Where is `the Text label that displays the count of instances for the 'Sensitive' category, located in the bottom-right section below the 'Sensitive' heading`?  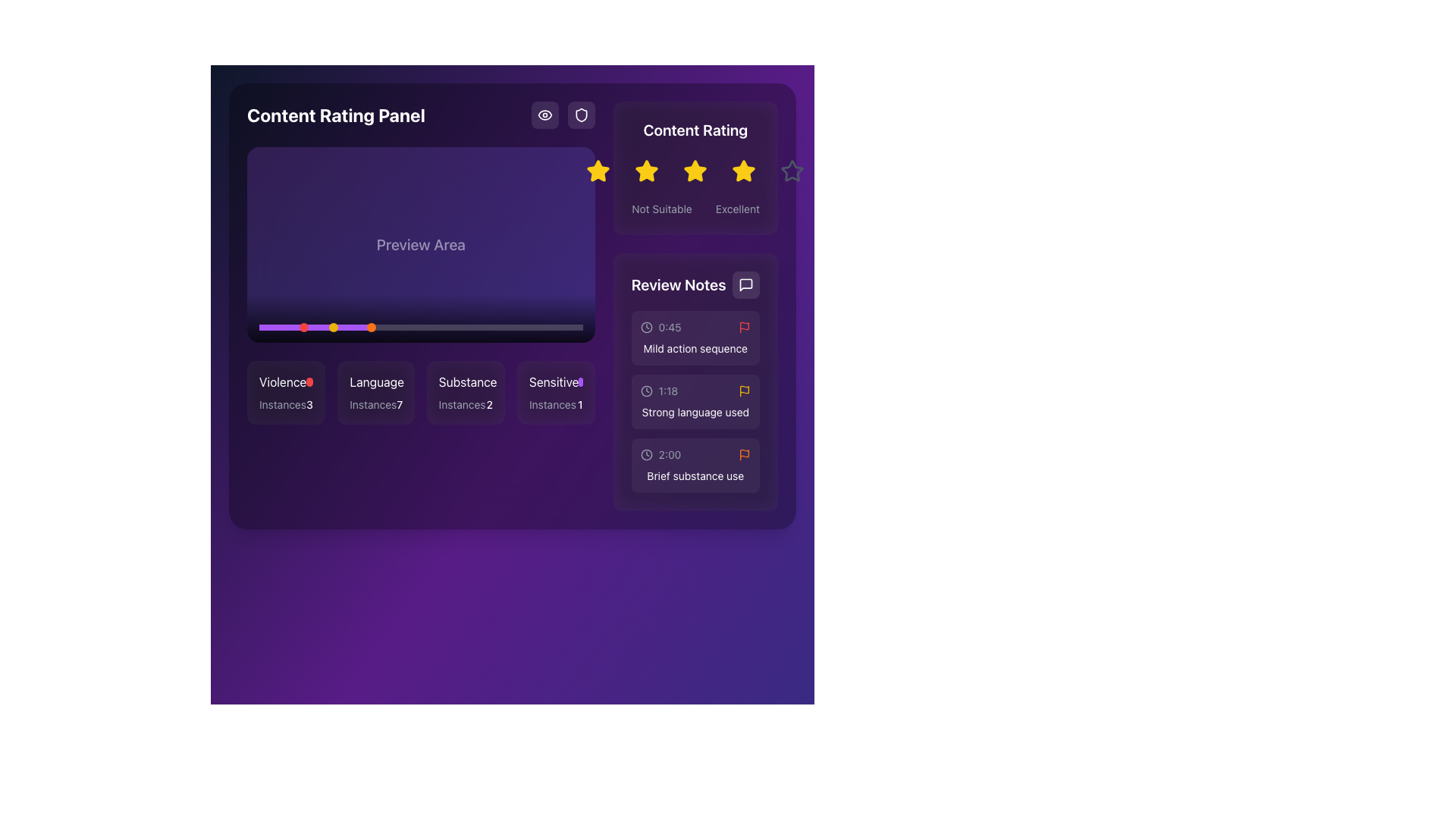
the Text label that displays the count of instances for the 'Sensitive' category, located in the bottom-right section below the 'Sensitive' heading is located at coordinates (555, 403).